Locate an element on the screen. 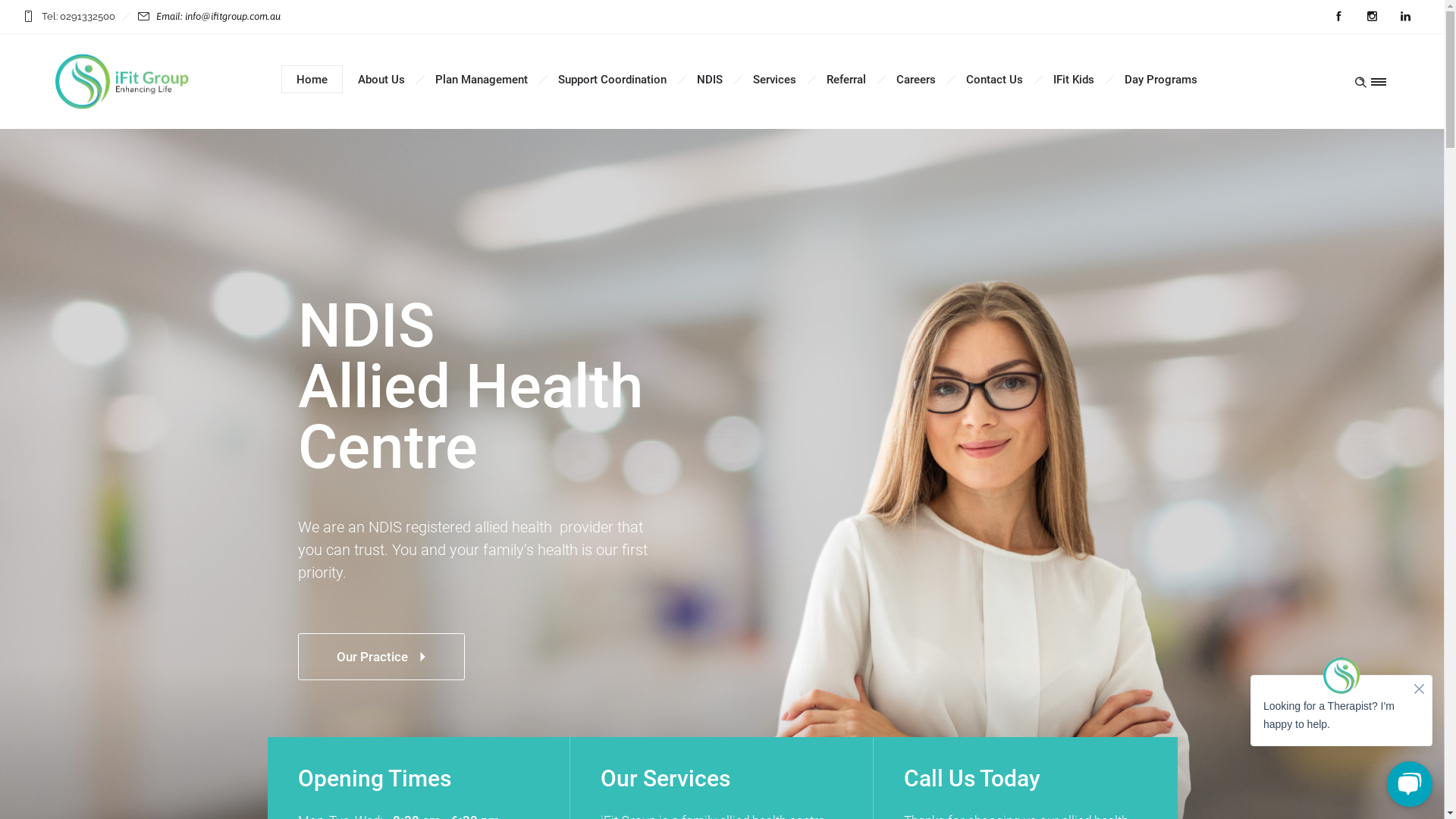 The image size is (1456, 819). 'Our Practice' is located at coordinates (381, 656).